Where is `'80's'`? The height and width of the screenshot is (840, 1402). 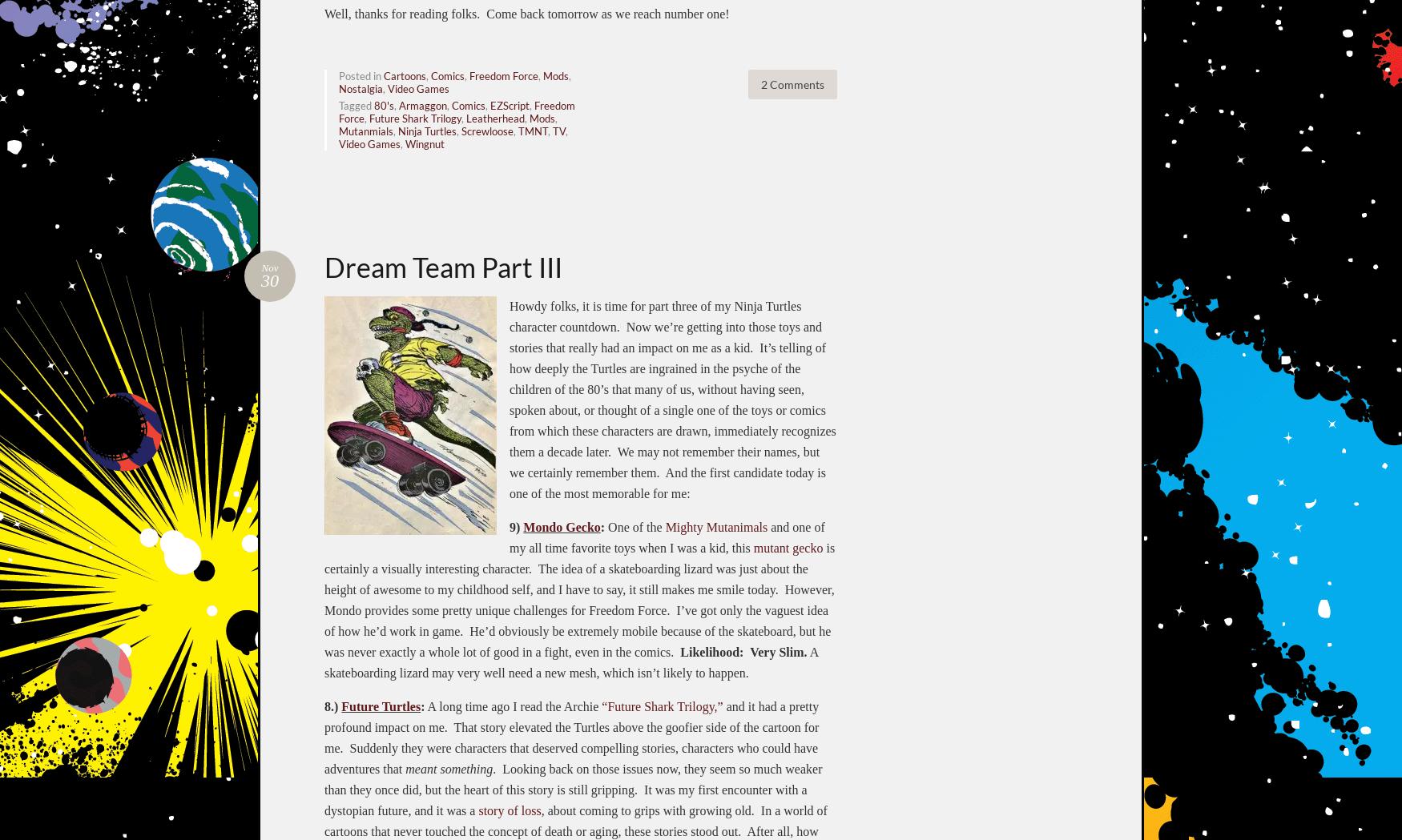 '80's' is located at coordinates (384, 105).